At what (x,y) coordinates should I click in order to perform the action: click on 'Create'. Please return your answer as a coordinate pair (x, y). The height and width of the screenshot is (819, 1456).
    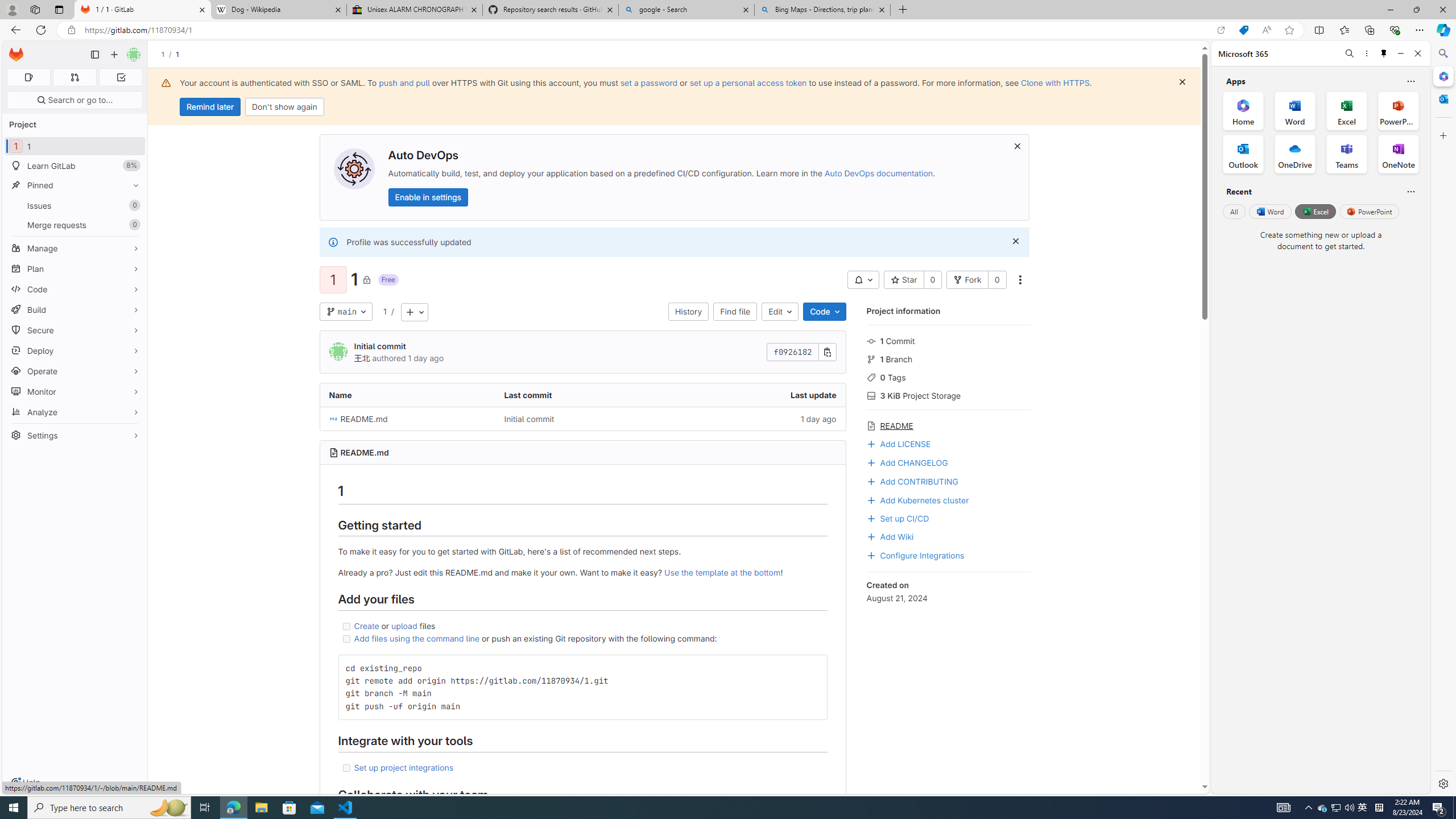
    Looking at the image, I should click on (366, 625).